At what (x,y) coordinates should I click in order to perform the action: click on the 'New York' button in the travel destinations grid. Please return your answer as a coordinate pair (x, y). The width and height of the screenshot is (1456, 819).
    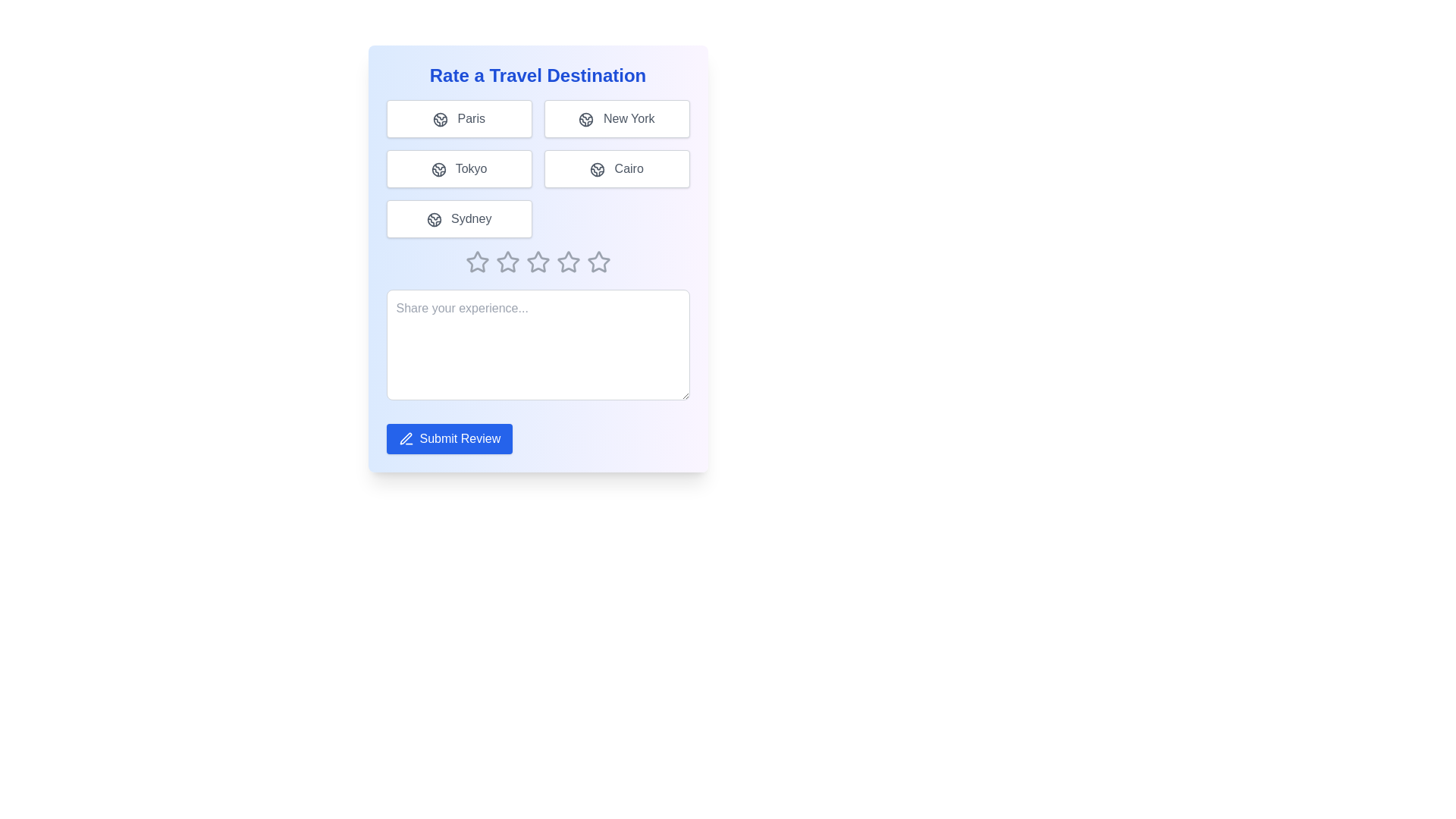
    Looking at the image, I should click on (617, 118).